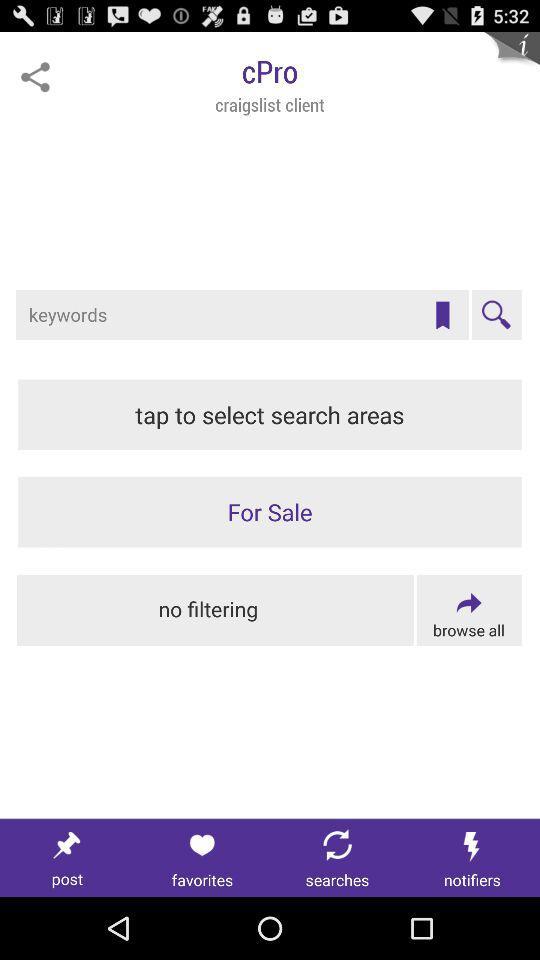 This screenshot has height=960, width=540. Describe the element at coordinates (472, 857) in the screenshot. I see `show all the notifiers` at that location.